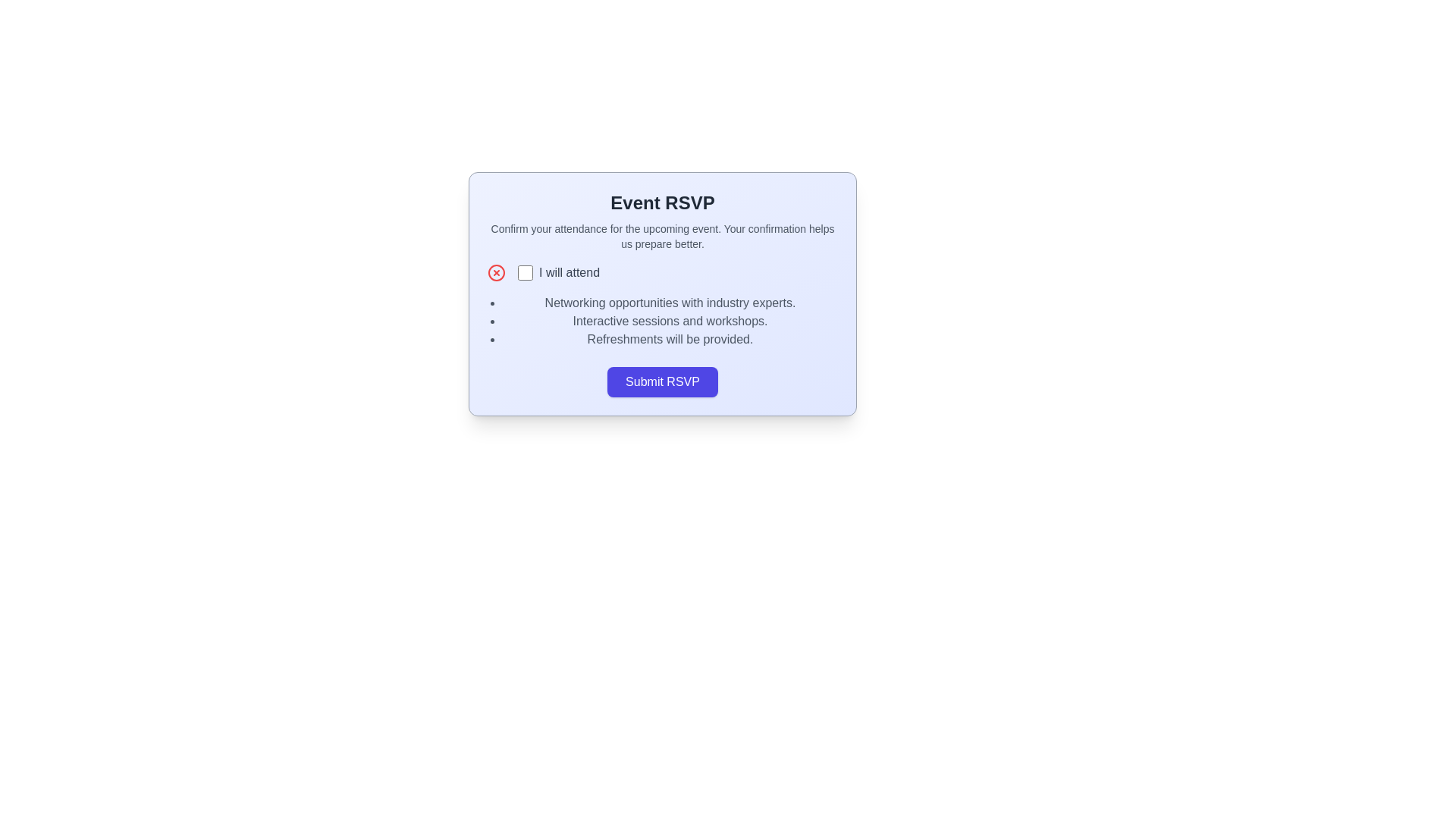 This screenshot has height=819, width=1456. What do you see at coordinates (569, 271) in the screenshot?
I see `the text label displaying 'I will attend', which is styled in gray and located immediately to the right of a checkbox in the 'Event RSVP' modal` at bounding box center [569, 271].